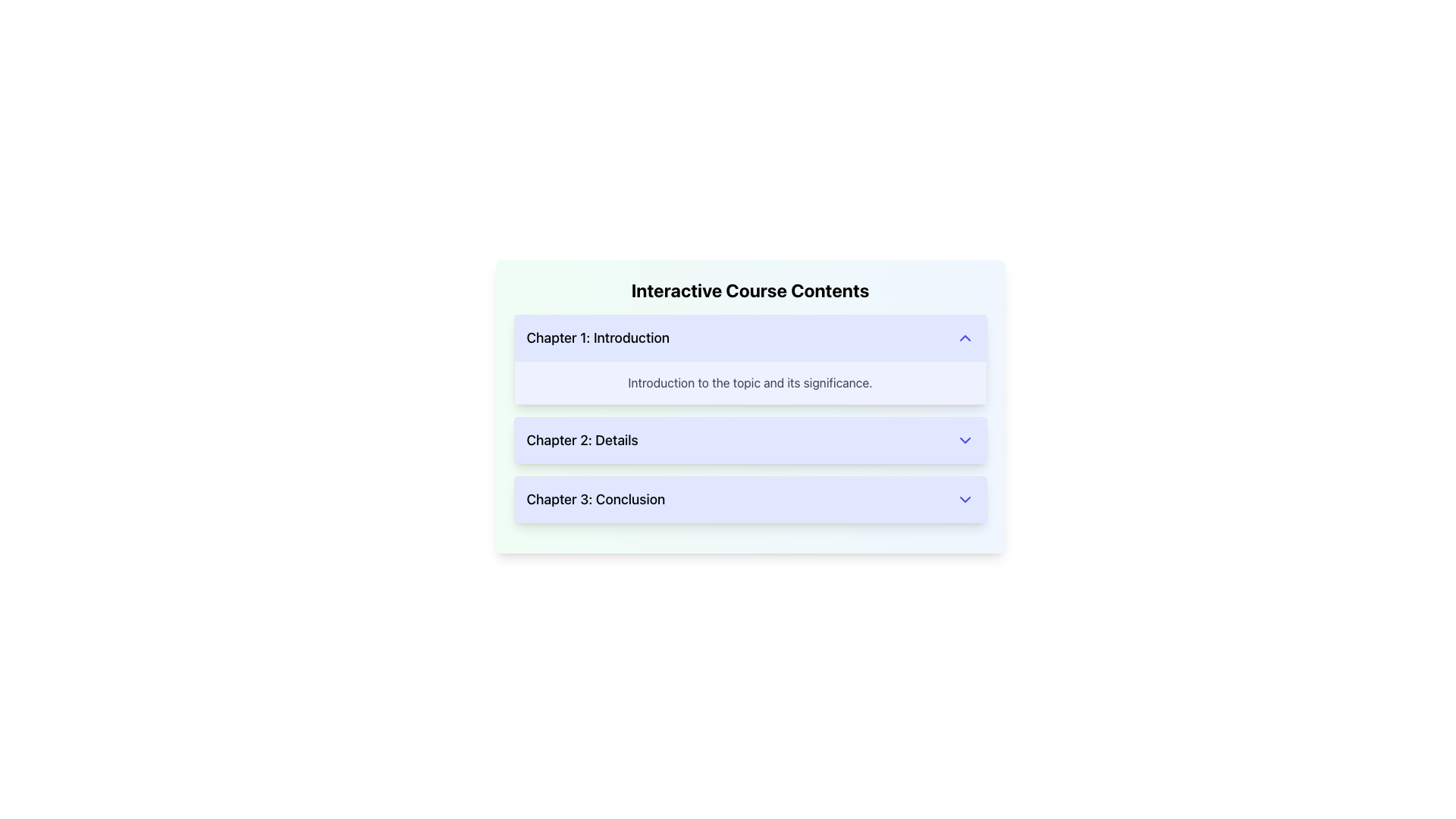 Image resolution: width=1456 pixels, height=819 pixels. What do you see at coordinates (750, 441) in the screenshot?
I see `attributes of the Collapsible Section Header for 'Chapter 2: Details' located within the 'Interactive Course Contents' card by clicking on its center point` at bounding box center [750, 441].